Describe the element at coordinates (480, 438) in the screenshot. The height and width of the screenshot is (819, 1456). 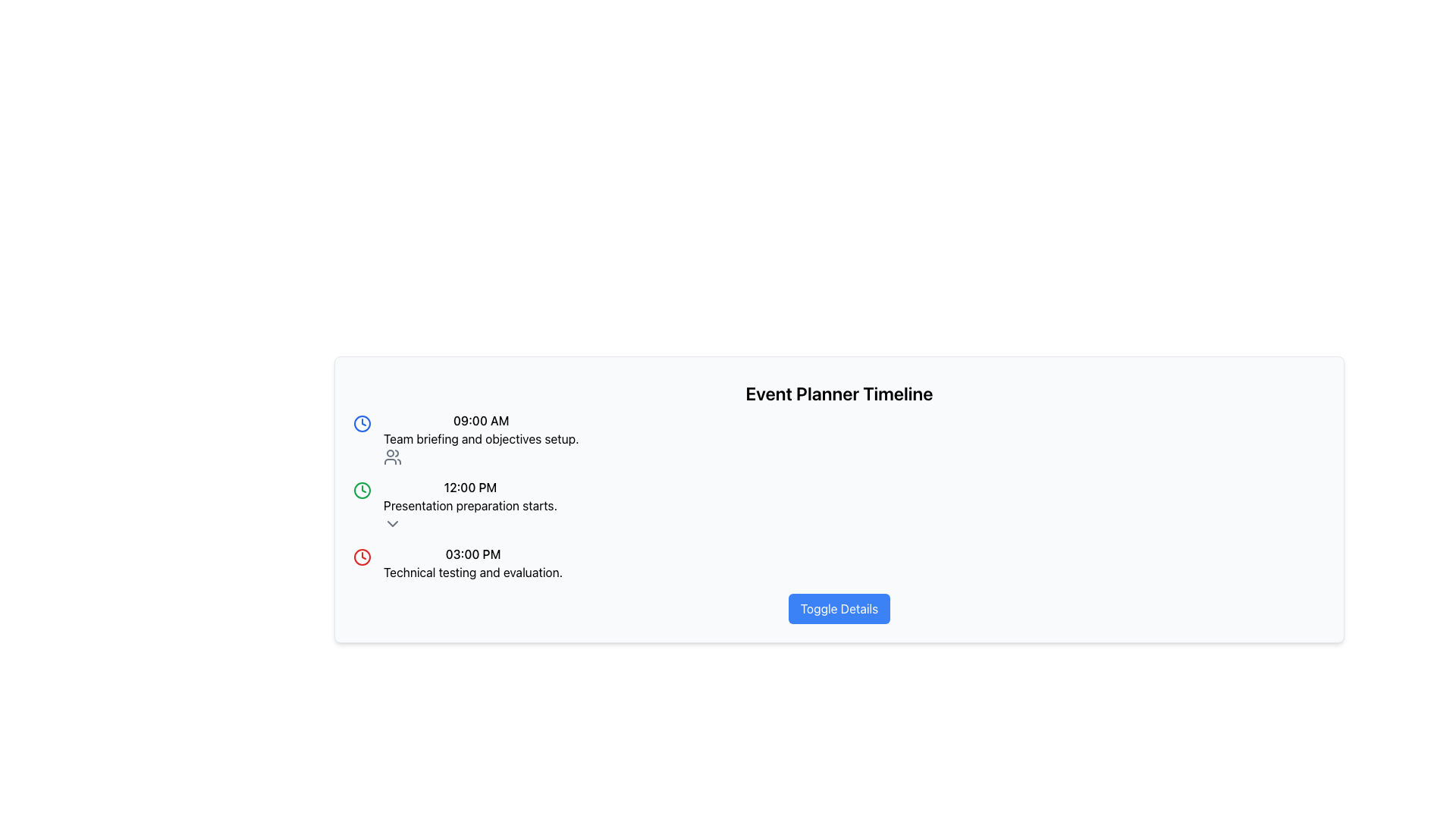
I see `the text label that reads 'Team briefing and objectives setup.' which is positioned beneath the time label '09:00 AM' in the event timeline layout` at that location.